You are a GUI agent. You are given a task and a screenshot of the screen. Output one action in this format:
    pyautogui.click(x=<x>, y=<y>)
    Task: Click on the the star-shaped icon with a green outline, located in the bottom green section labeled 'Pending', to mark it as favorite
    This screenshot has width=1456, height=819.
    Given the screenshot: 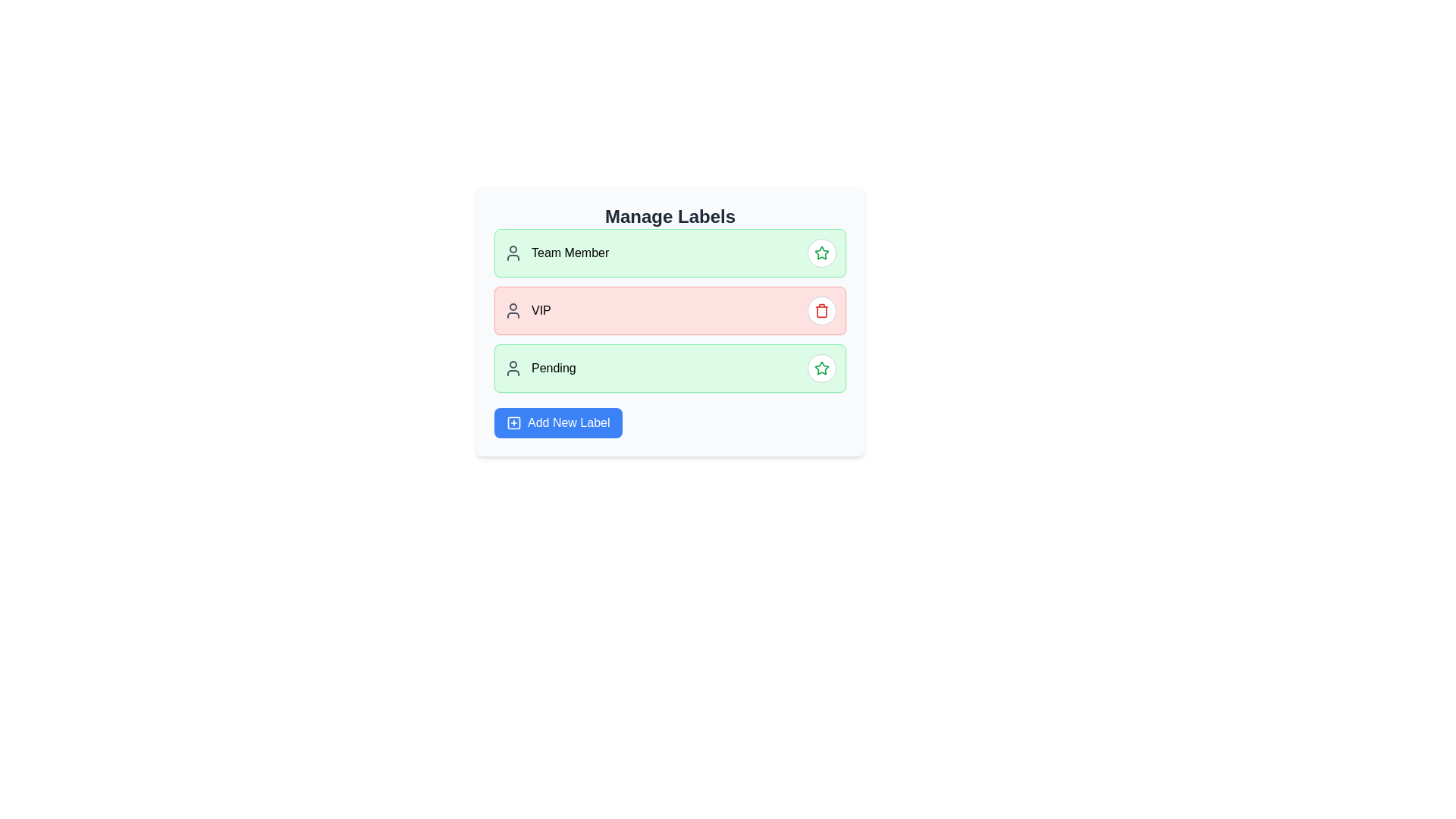 What is the action you would take?
    pyautogui.click(x=821, y=253)
    